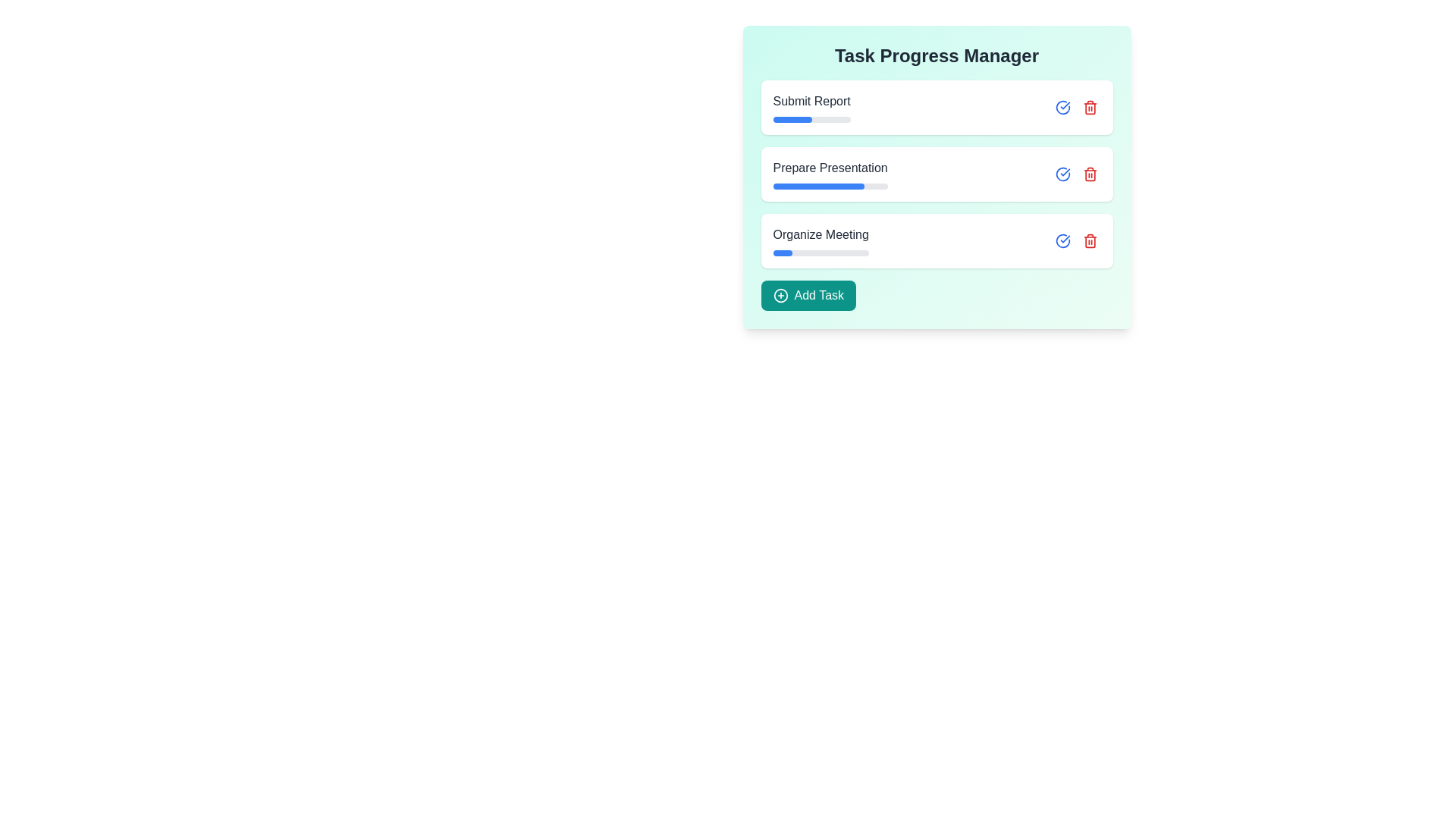 Image resolution: width=1456 pixels, height=819 pixels. What do you see at coordinates (1089, 107) in the screenshot?
I see `the red trash icon associated with the task titled 'Submit Report' to remove it` at bounding box center [1089, 107].